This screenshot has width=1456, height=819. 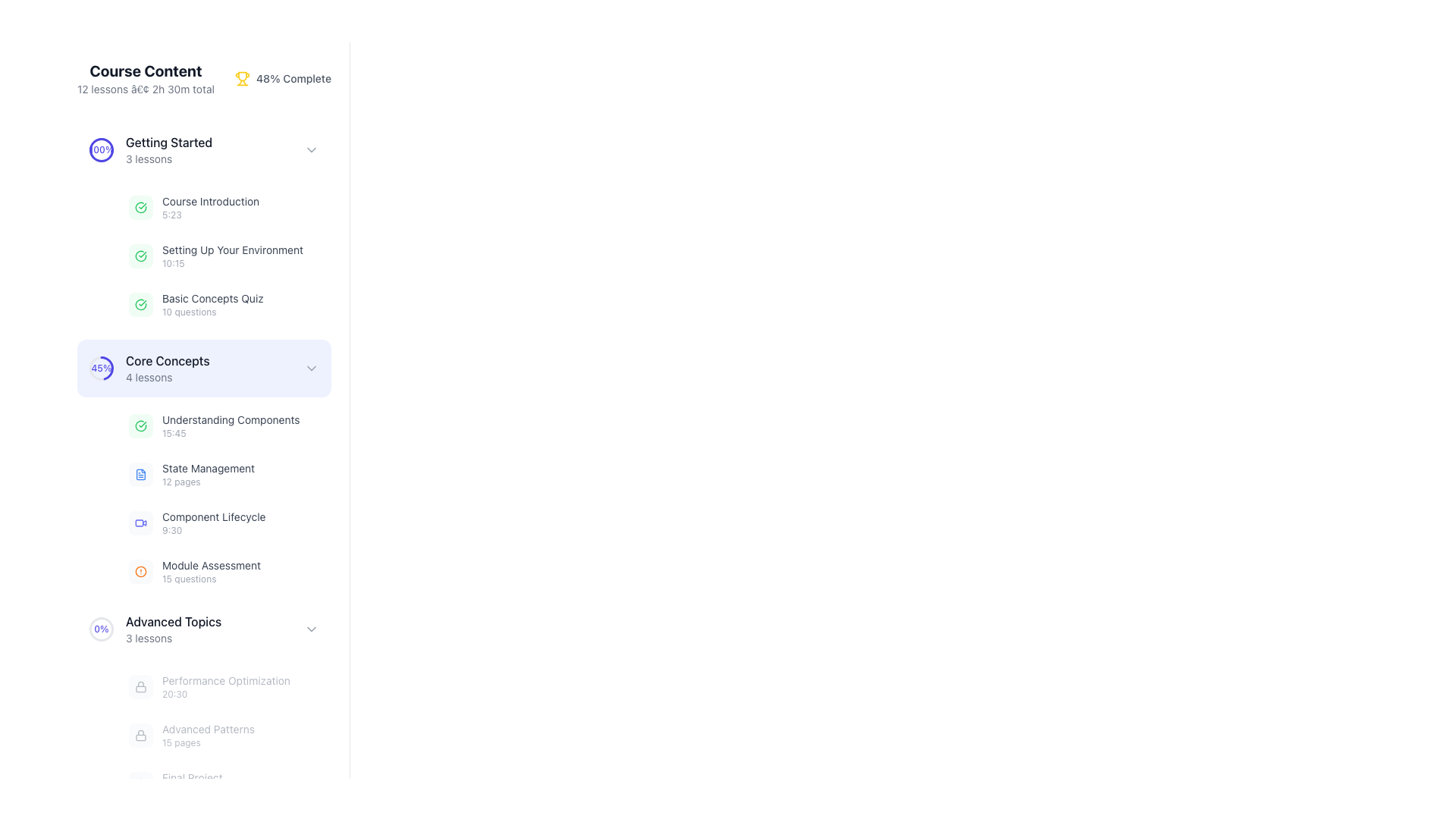 I want to click on the locked icon indicating that the 'Performance Optimization' lesson is locked and unavailable for access, located to the left of the lesson text within the 'Advanced Topics' section, so click(x=141, y=687).